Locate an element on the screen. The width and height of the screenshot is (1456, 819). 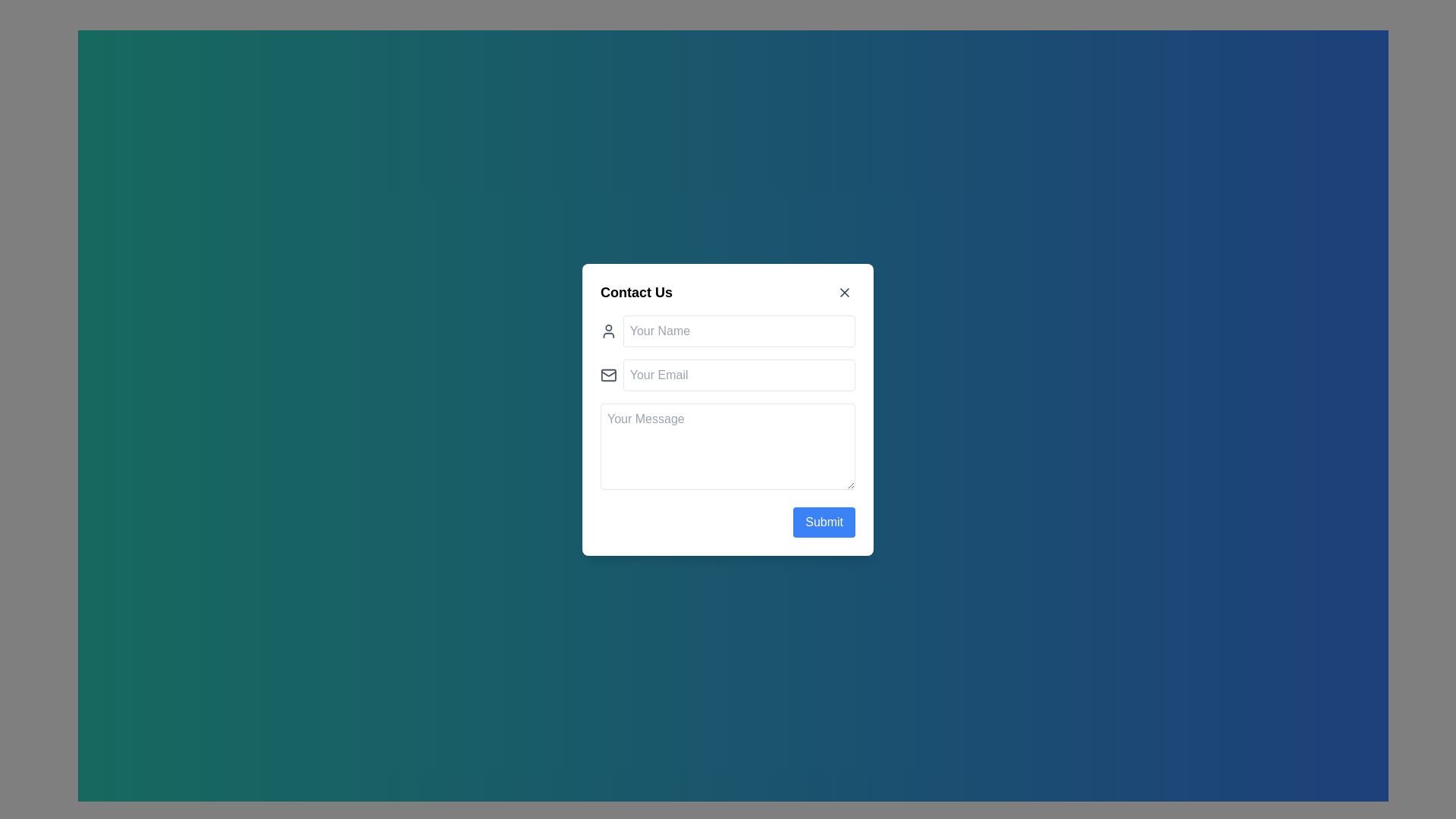
the 'Contact Us' form submission button located at the bottom-right corner of the form is located at coordinates (824, 521).